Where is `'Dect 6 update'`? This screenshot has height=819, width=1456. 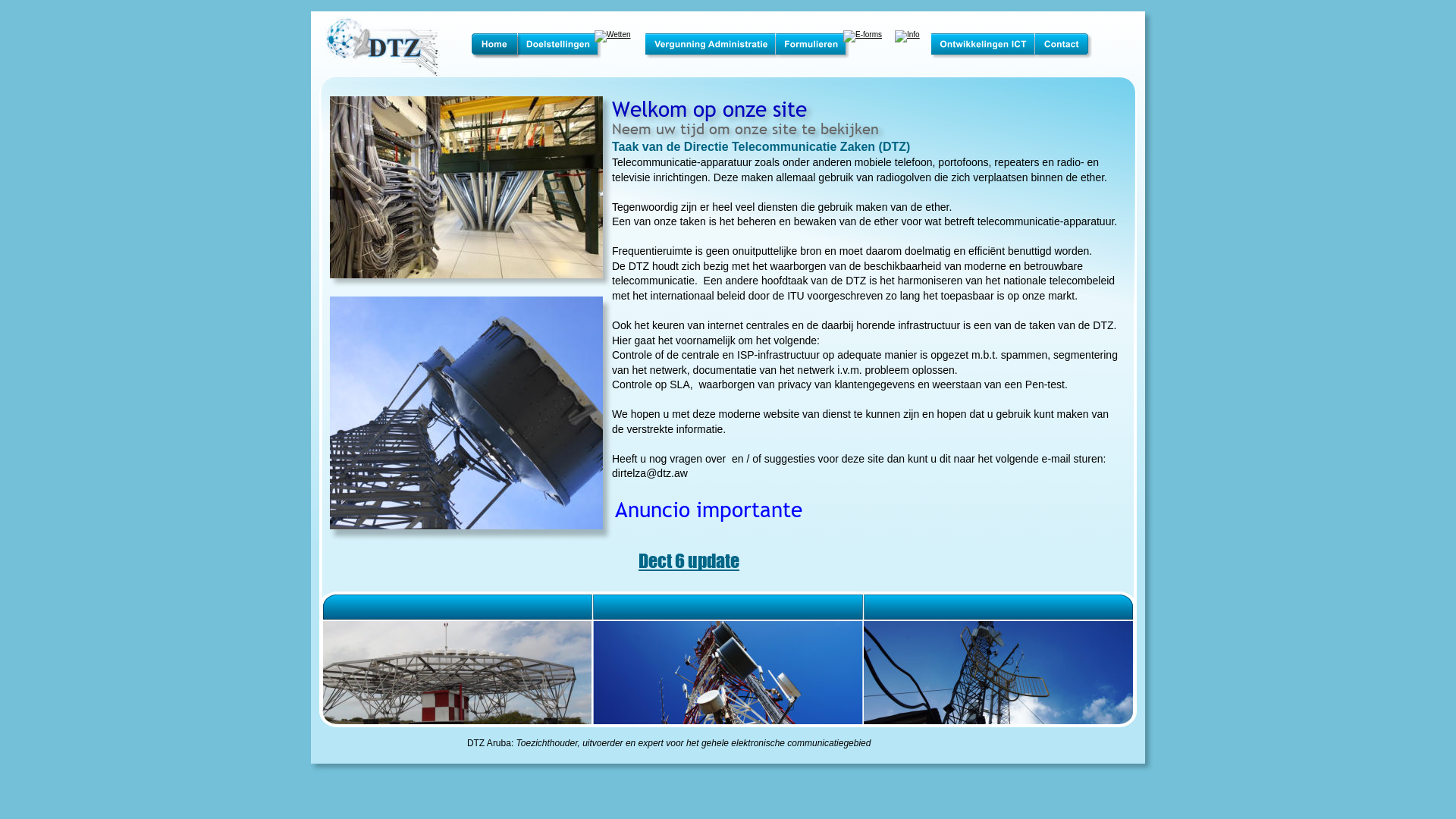
'Dect 6 update' is located at coordinates (638, 560).